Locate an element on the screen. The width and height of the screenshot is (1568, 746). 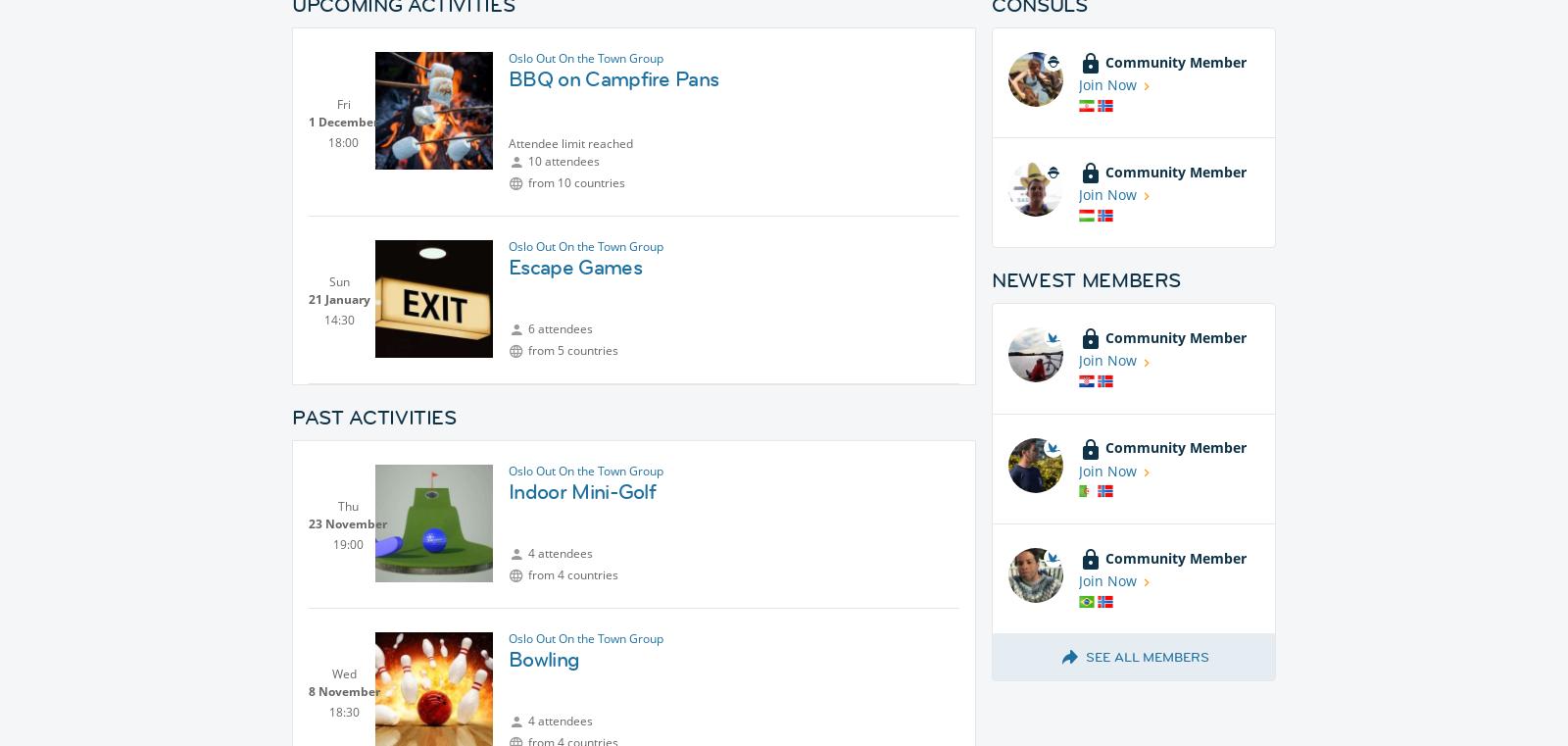
'Attendee limit reached' is located at coordinates (569, 143).